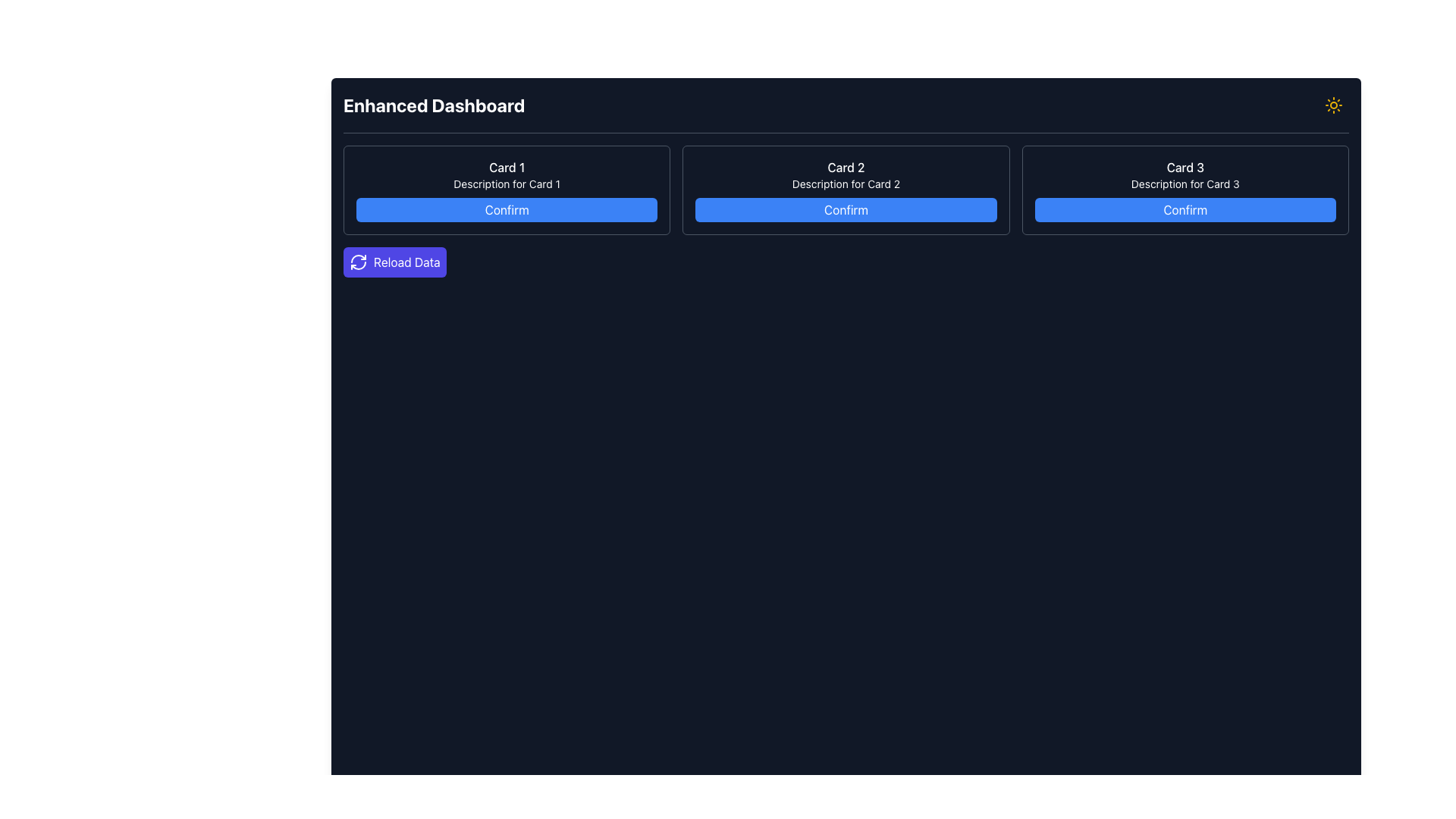  I want to click on the 'Confirm' button, which is a rectangular button with rounded corners and a blue background located within 'Card 3', to observe the hover effect, so click(1185, 210).